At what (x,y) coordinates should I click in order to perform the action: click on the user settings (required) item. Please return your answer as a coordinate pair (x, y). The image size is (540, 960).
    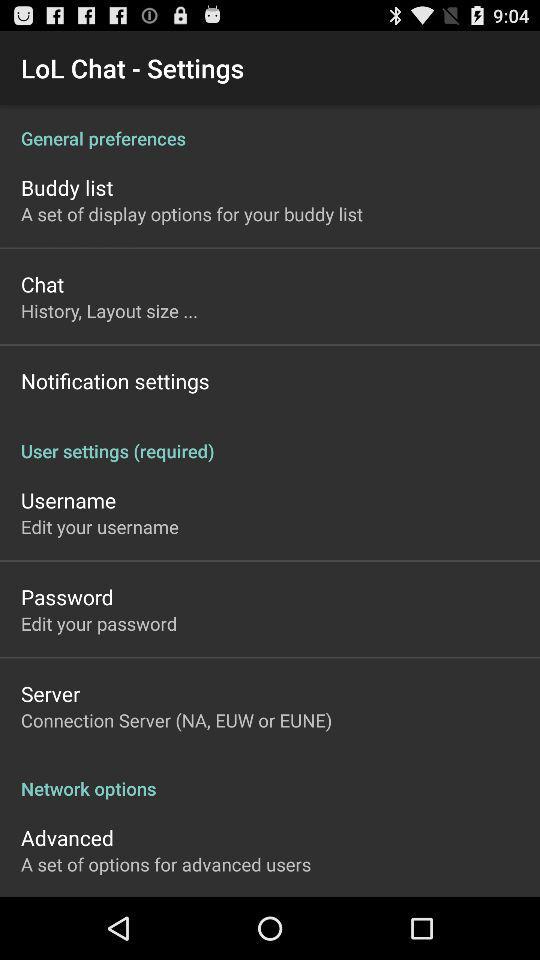
    Looking at the image, I should click on (270, 440).